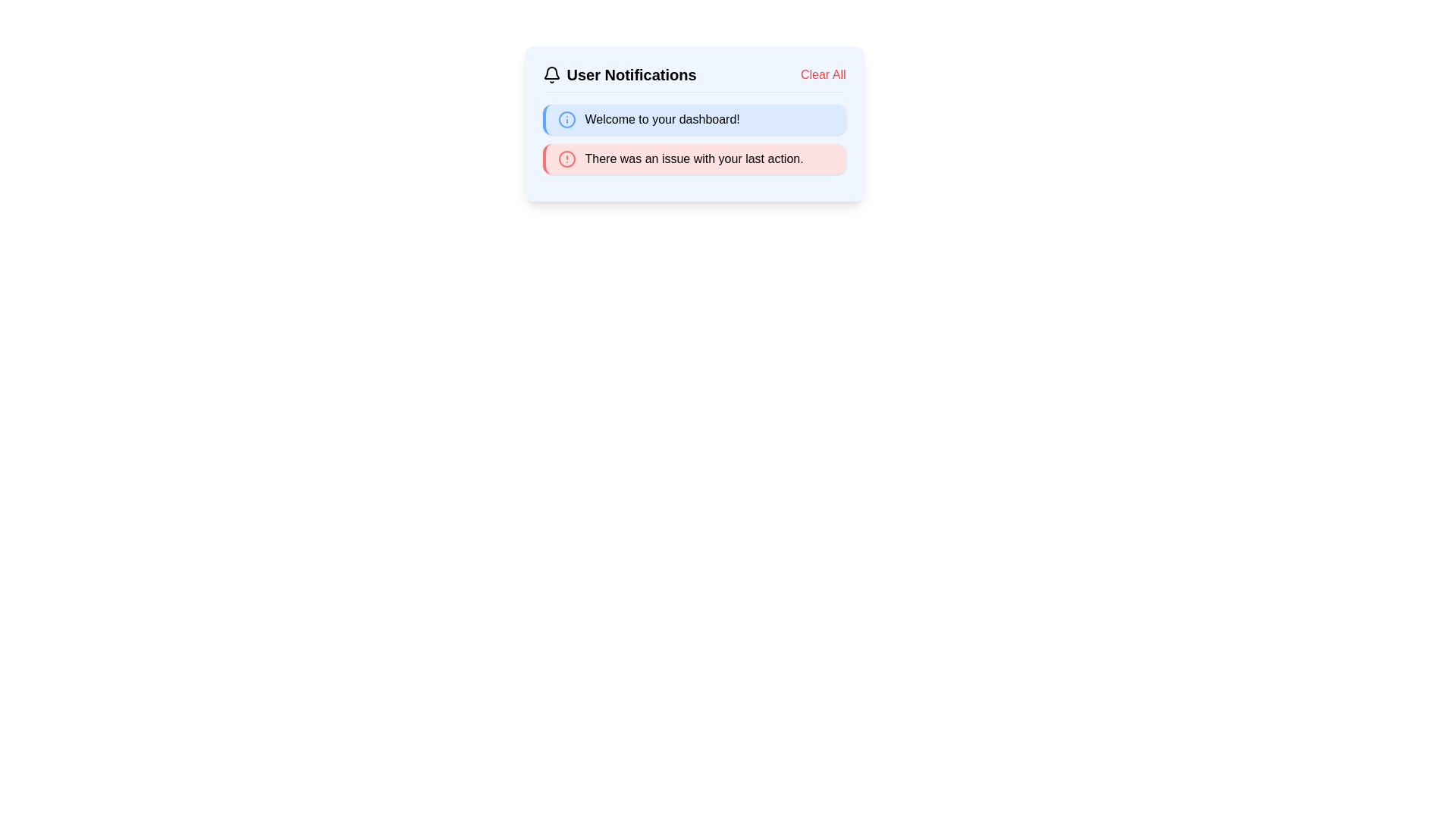  Describe the element at coordinates (662, 119) in the screenshot. I see `the purpose of the notification displayed` at that location.